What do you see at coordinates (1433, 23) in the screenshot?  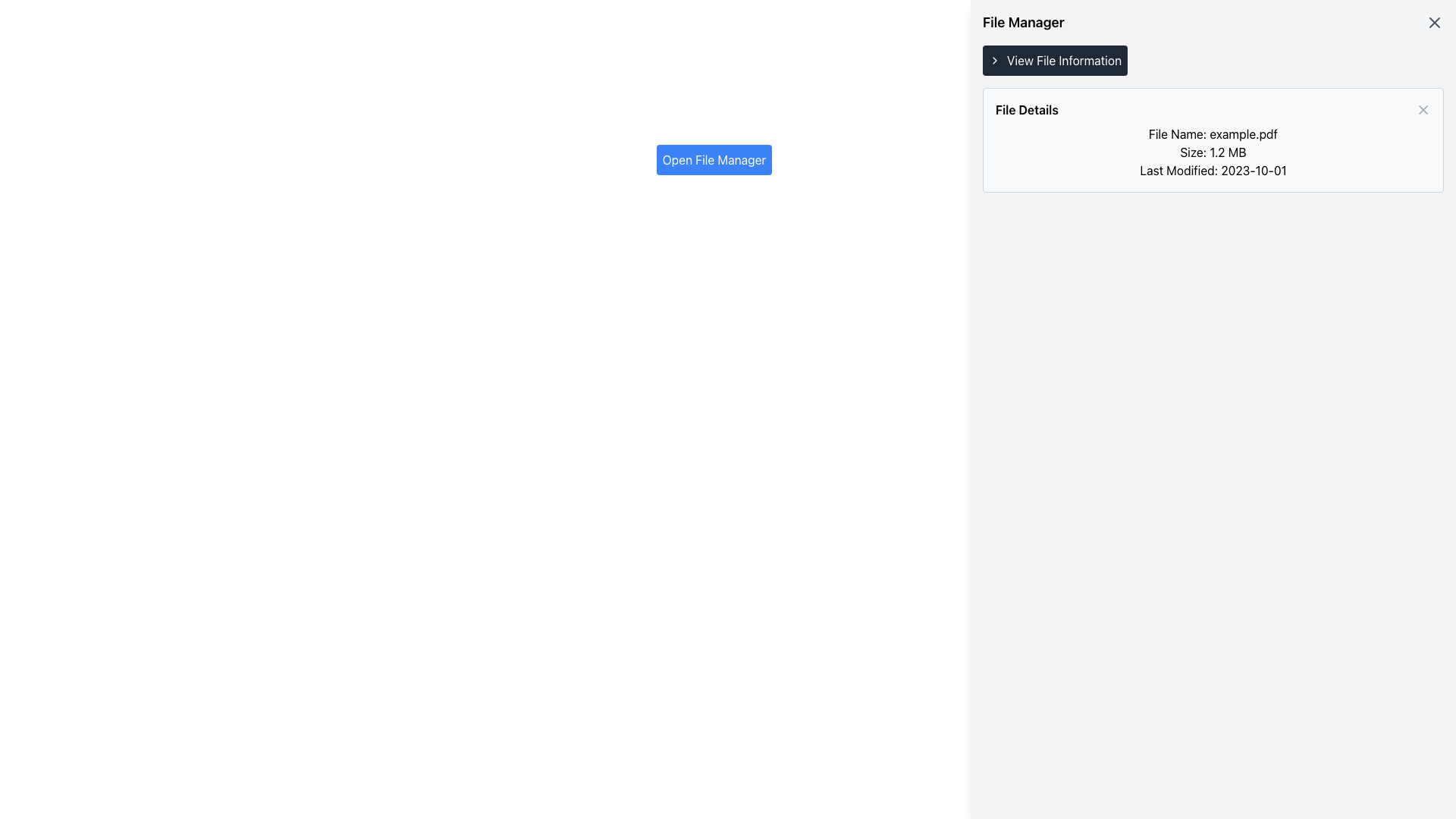 I see `the dark gray cross-shaped button located in the top right corner of the File Manager panel` at bounding box center [1433, 23].